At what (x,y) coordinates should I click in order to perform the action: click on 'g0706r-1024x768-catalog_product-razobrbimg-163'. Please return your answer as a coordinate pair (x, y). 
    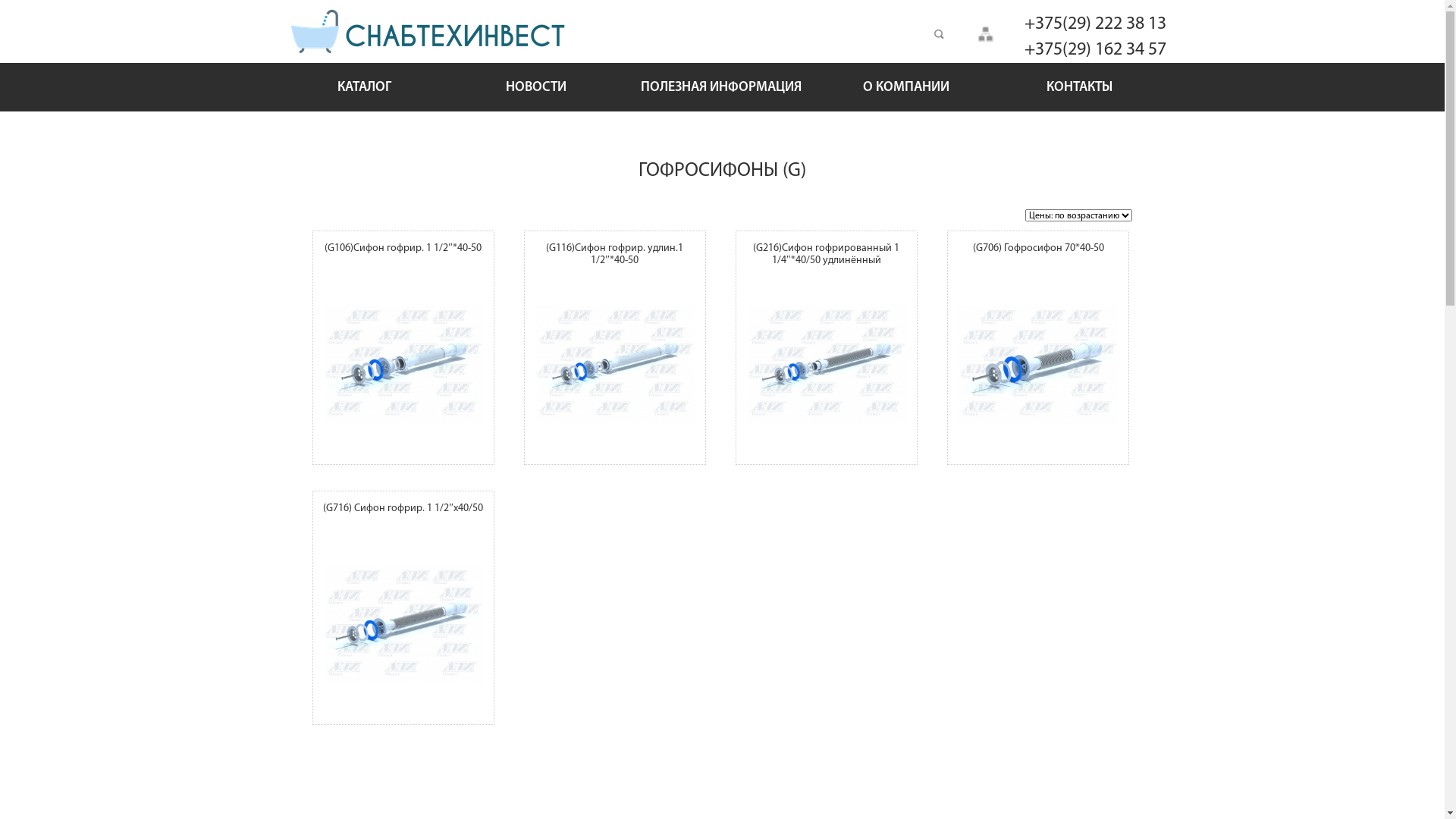
    Looking at the image, I should click on (950, 365).